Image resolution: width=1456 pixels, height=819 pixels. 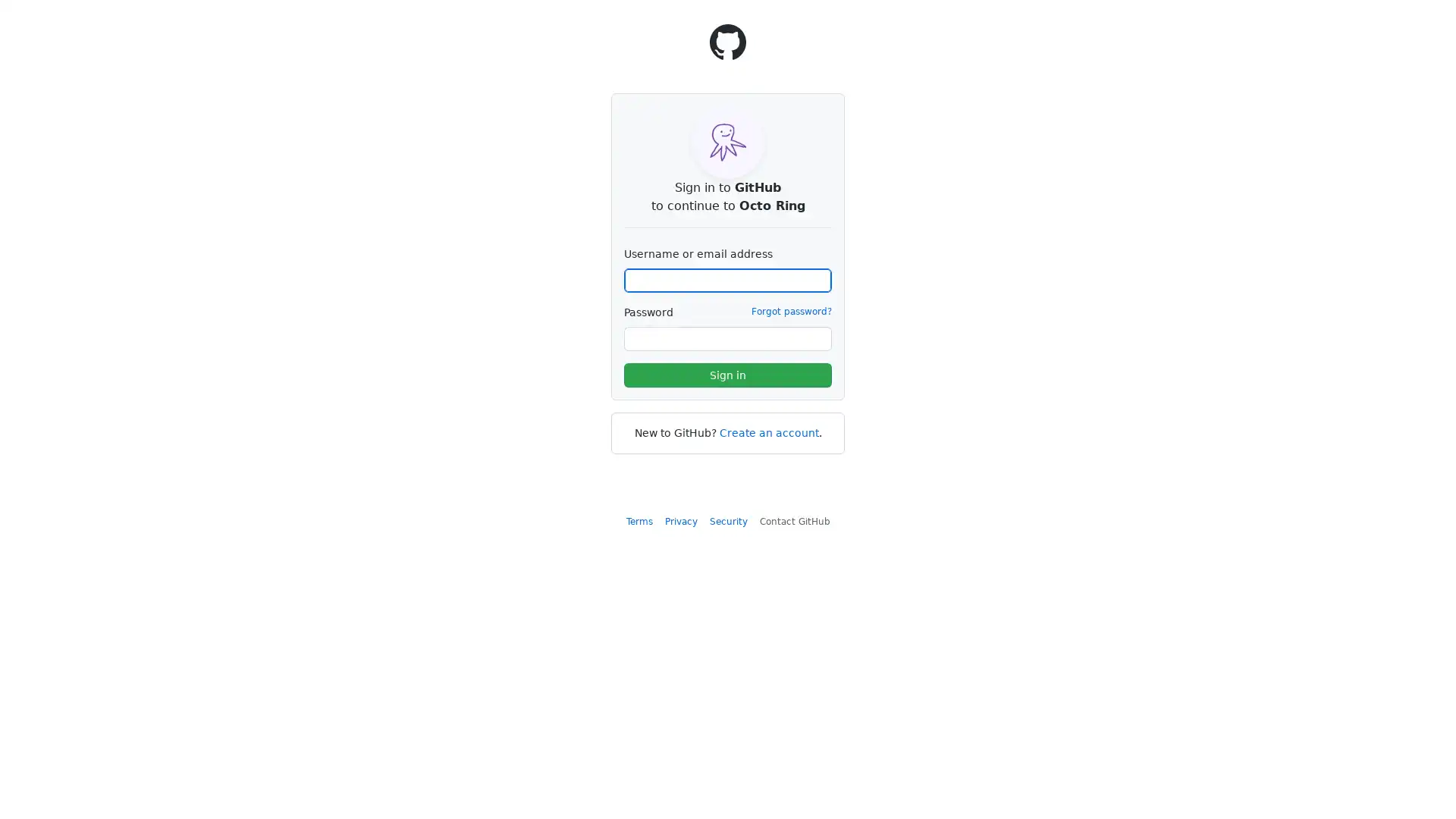 I want to click on Sign in, so click(x=728, y=375).